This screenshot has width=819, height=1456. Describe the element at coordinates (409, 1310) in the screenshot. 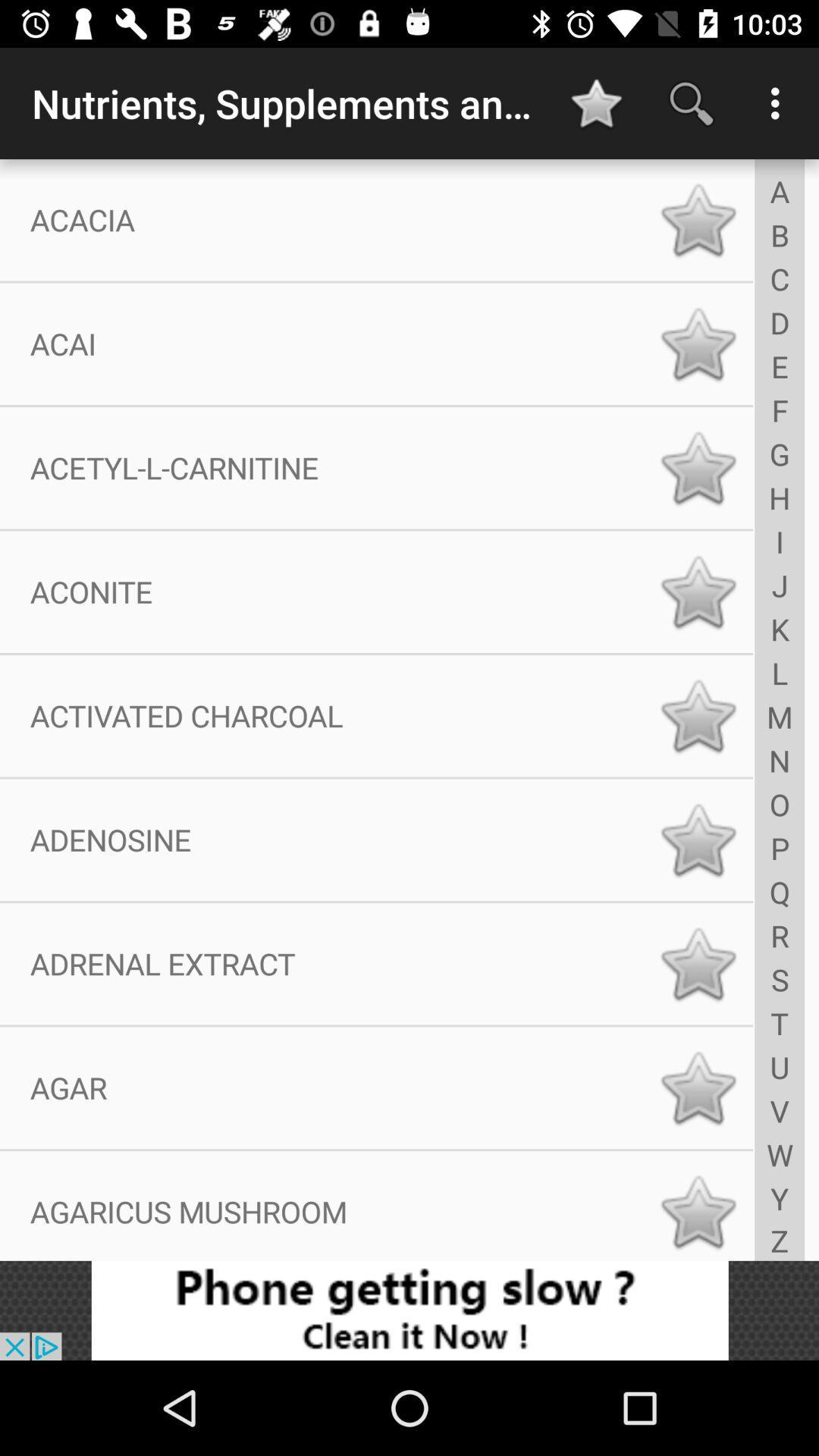

I see `add` at that location.